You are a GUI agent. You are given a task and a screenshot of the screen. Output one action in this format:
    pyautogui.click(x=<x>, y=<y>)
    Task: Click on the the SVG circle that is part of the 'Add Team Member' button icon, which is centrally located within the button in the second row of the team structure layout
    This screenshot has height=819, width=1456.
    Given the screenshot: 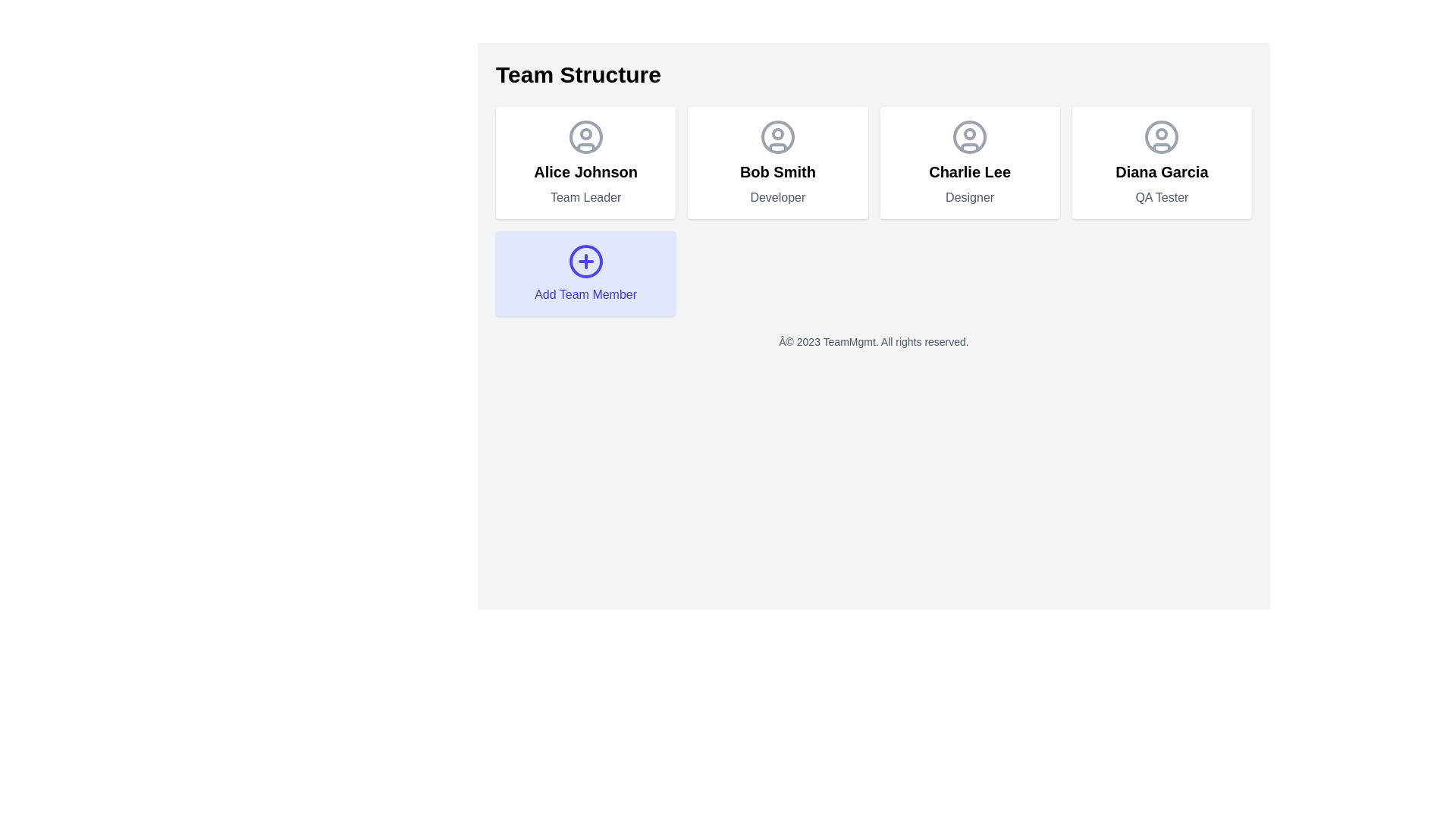 What is the action you would take?
    pyautogui.click(x=585, y=260)
    